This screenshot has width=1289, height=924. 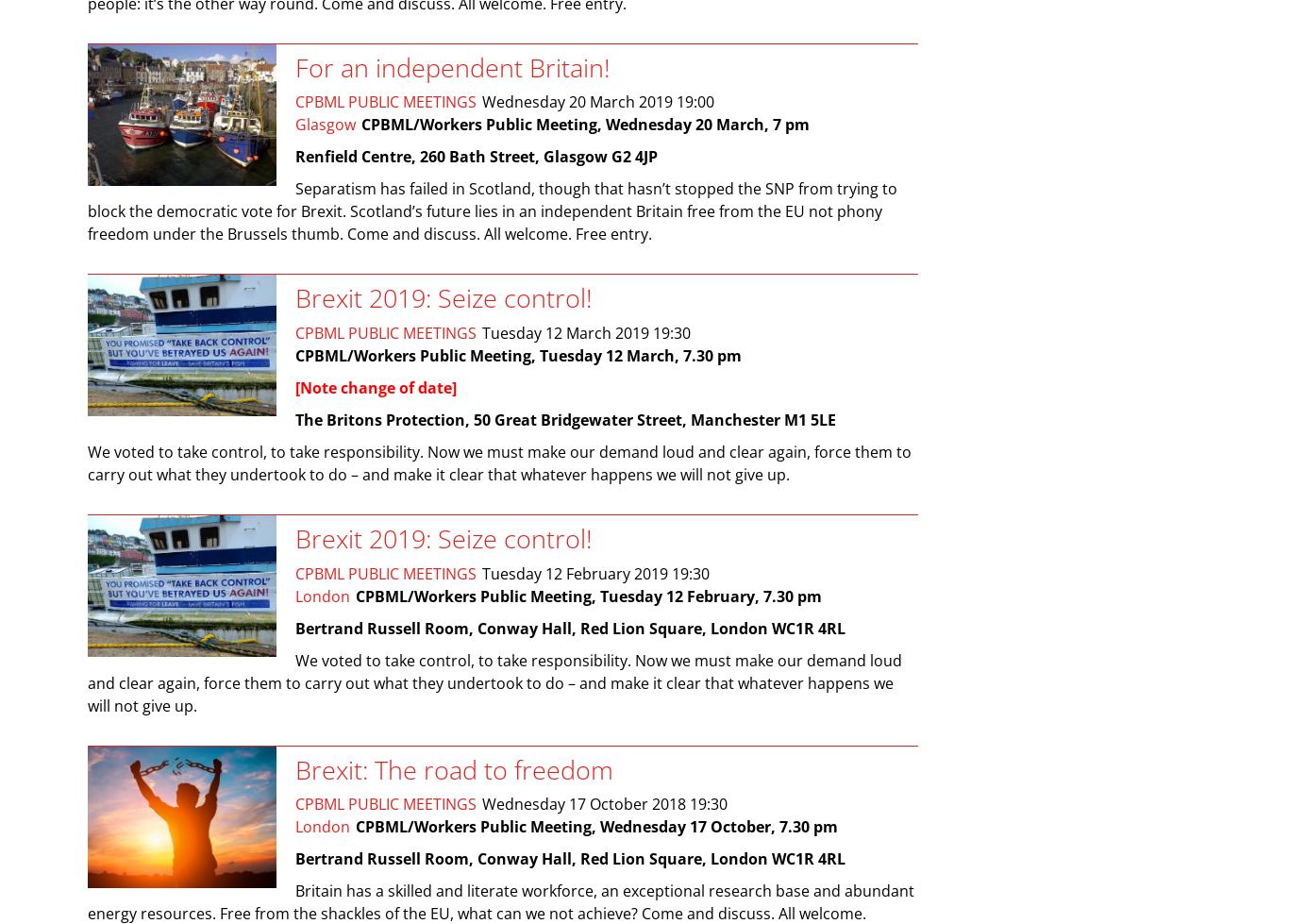 What do you see at coordinates (518, 356) in the screenshot?
I see `'CPBML/Workers Public Meeting, Tuesday 12 March, 7.30 pm'` at bounding box center [518, 356].